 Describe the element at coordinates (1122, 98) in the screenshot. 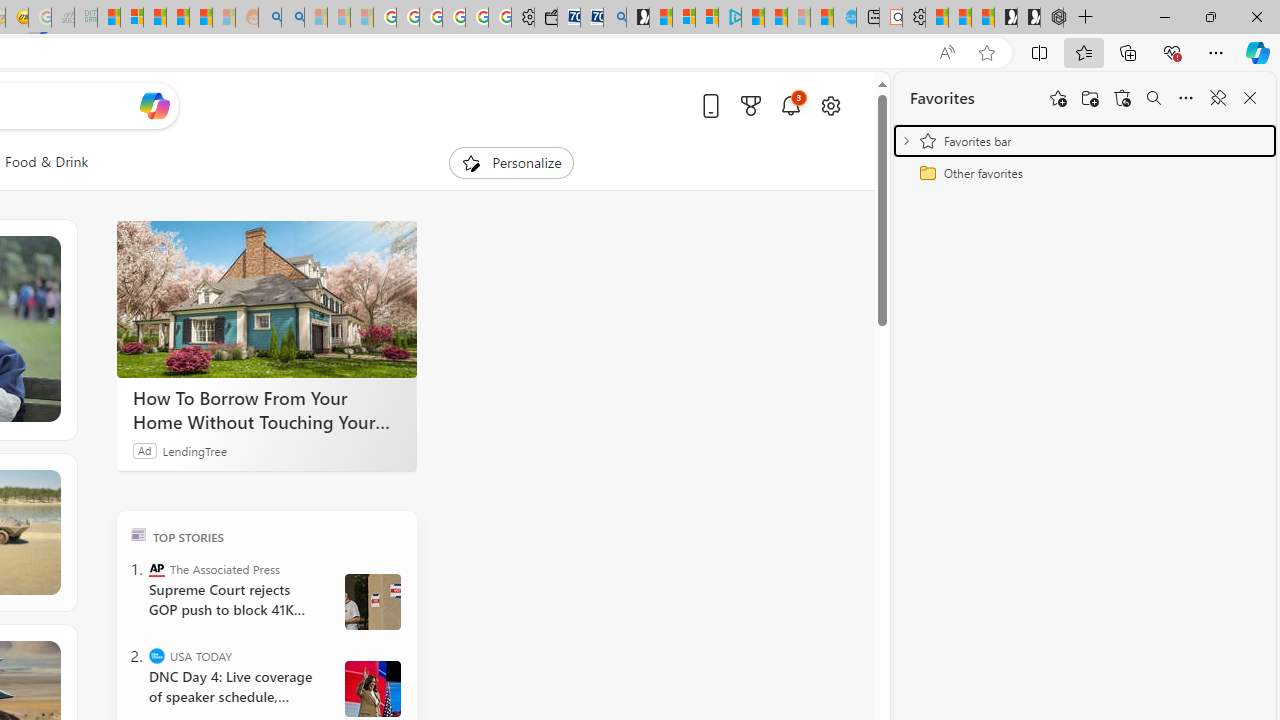

I see `'Restore deleted favorites'` at that location.